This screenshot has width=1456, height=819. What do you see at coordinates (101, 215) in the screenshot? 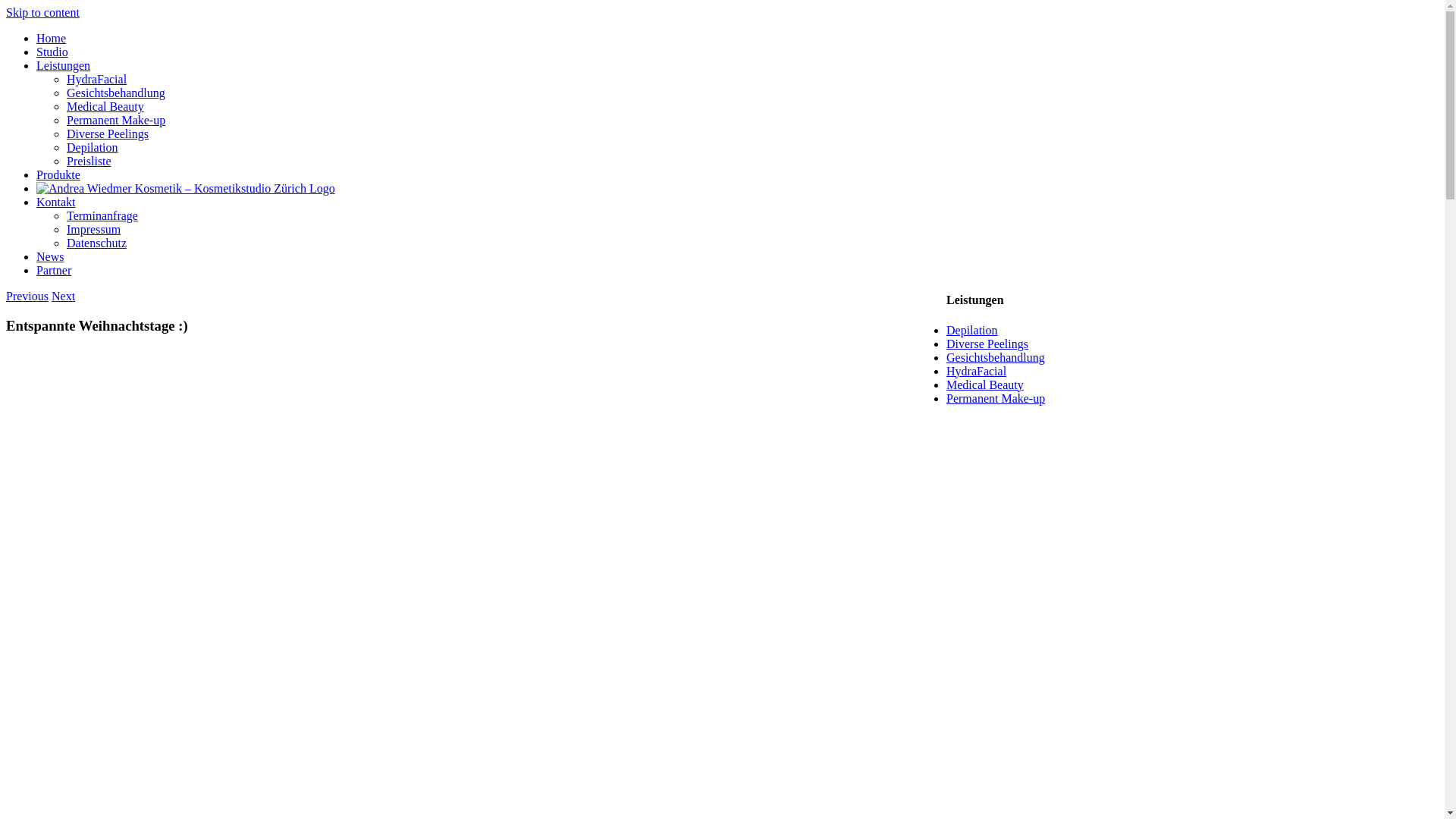
I see `'Terminanfrage'` at bounding box center [101, 215].